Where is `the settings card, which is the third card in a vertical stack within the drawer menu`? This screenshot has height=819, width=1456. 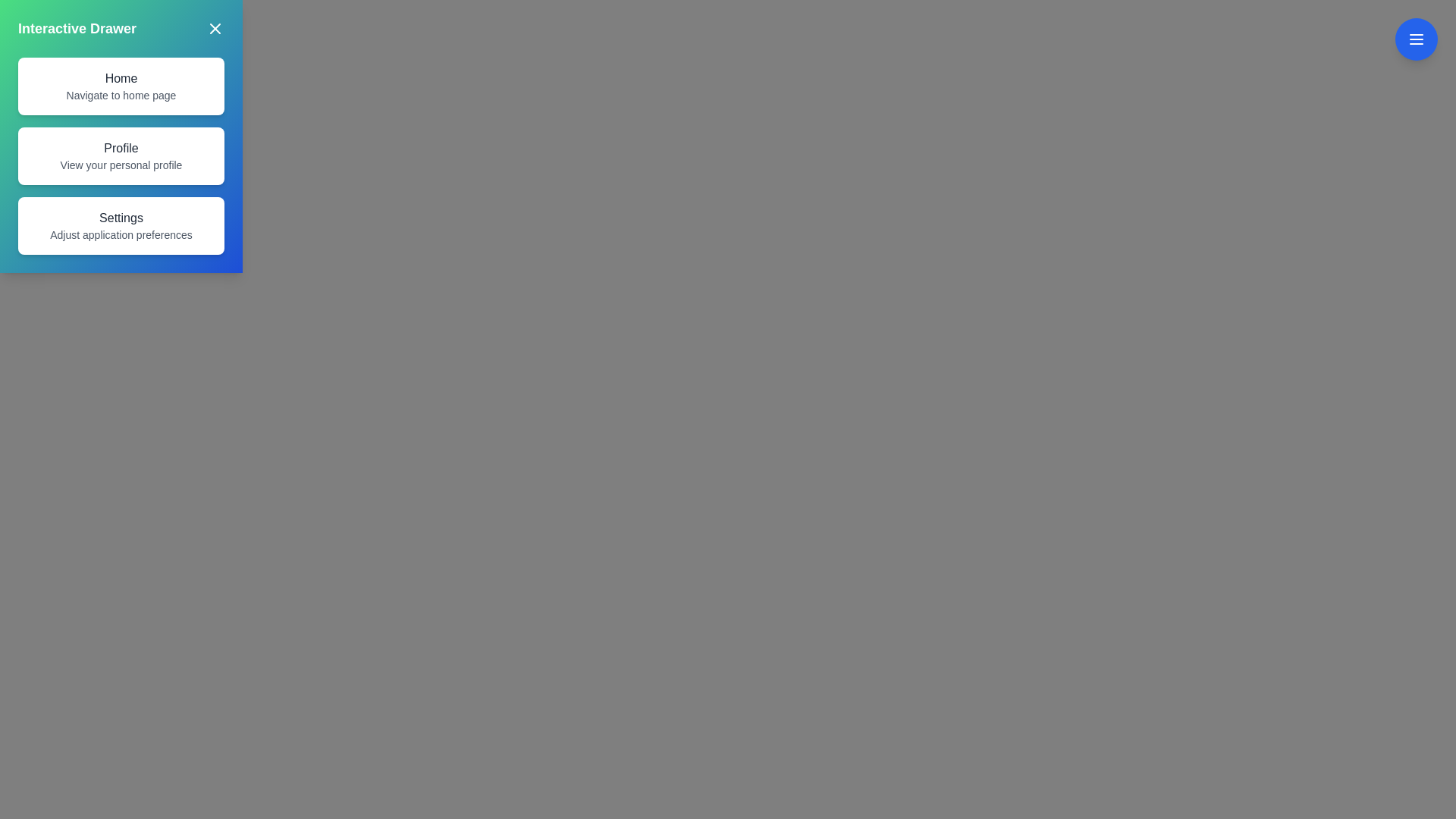
the settings card, which is the third card in a vertical stack within the drawer menu is located at coordinates (120, 225).